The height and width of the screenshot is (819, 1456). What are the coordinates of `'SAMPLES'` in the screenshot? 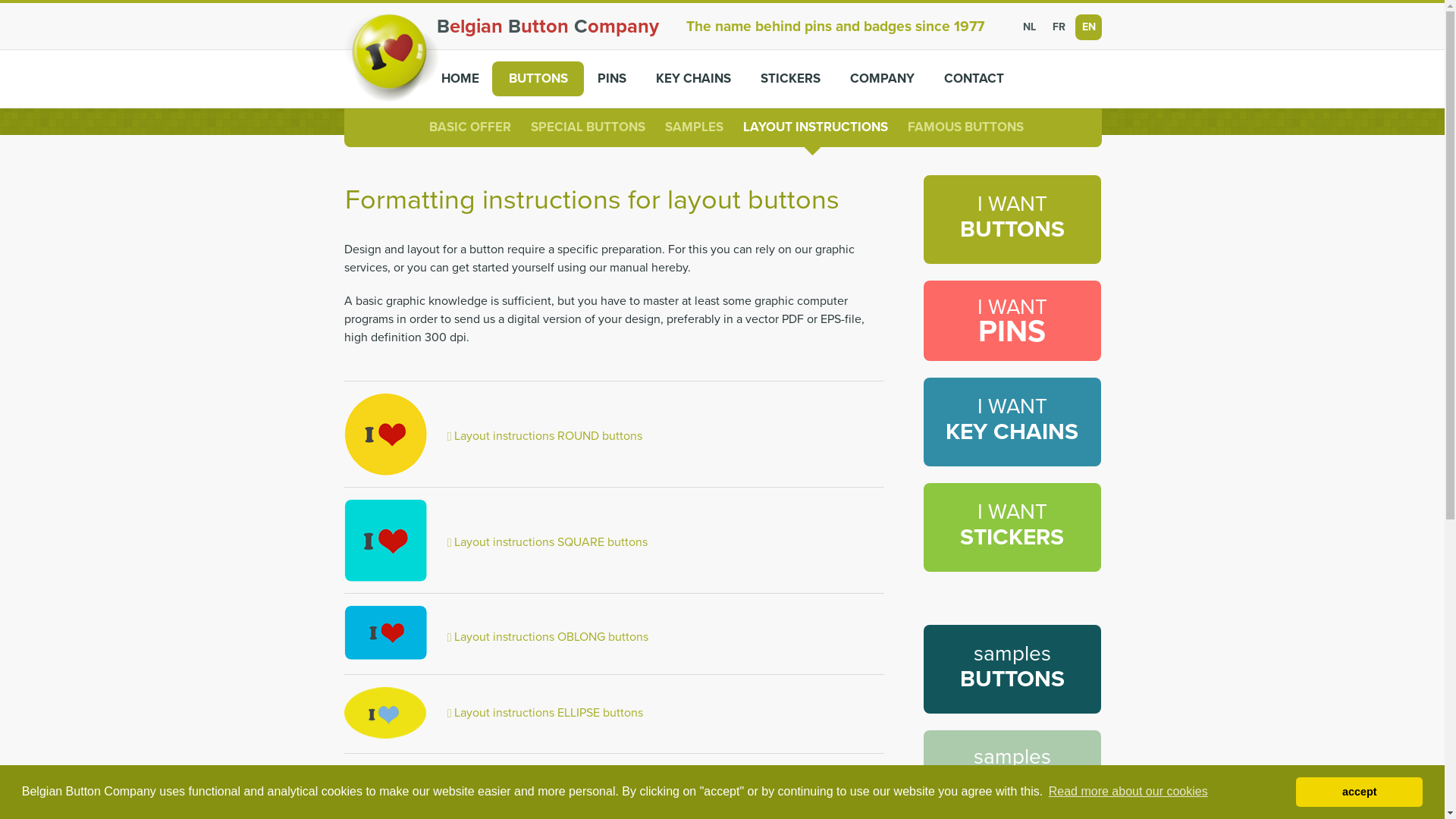 It's located at (693, 127).